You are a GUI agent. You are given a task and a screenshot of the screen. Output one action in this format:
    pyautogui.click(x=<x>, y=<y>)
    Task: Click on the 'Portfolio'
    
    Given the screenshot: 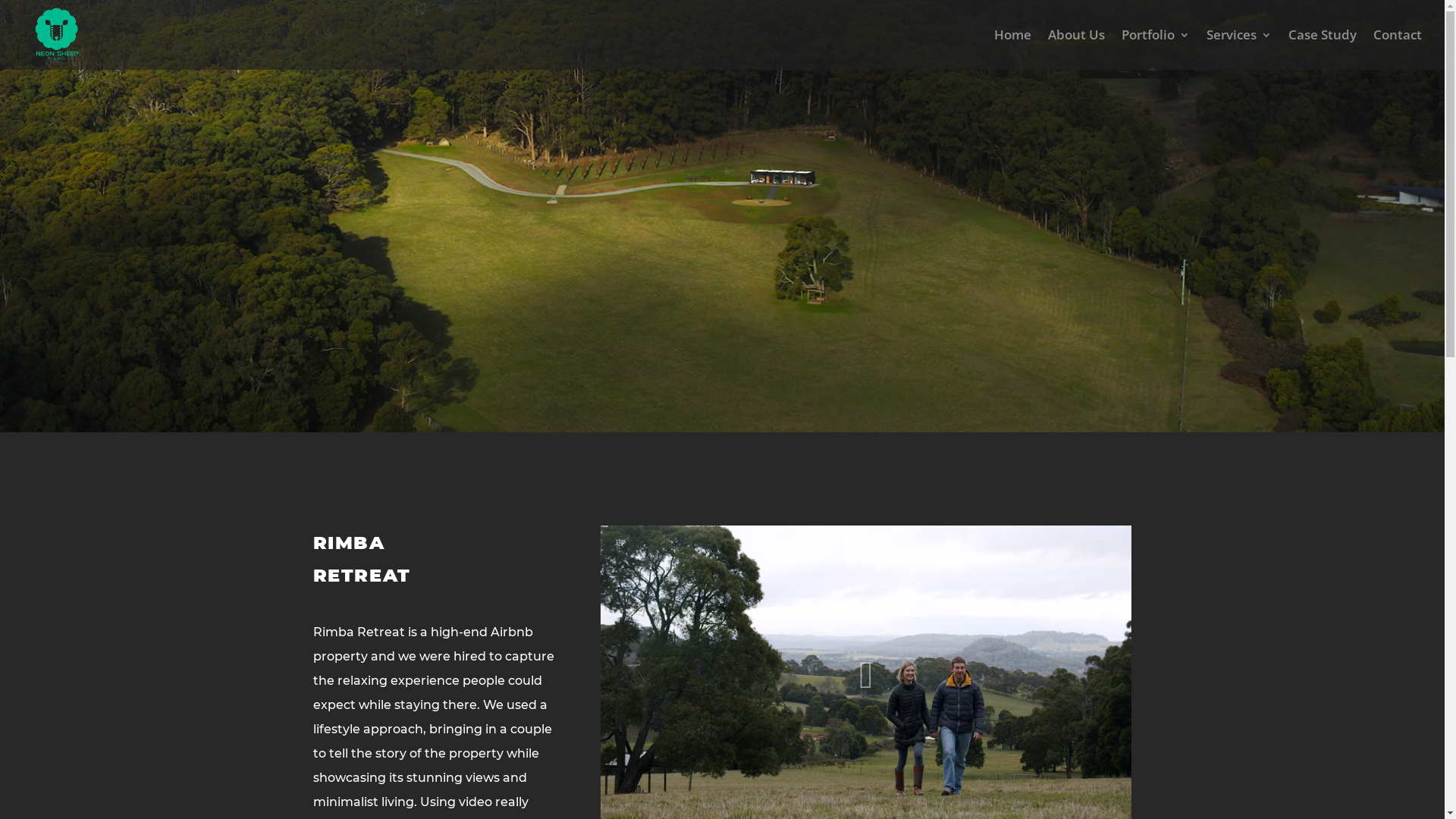 What is the action you would take?
    pyautogui.click(x=1154, y=49)
    